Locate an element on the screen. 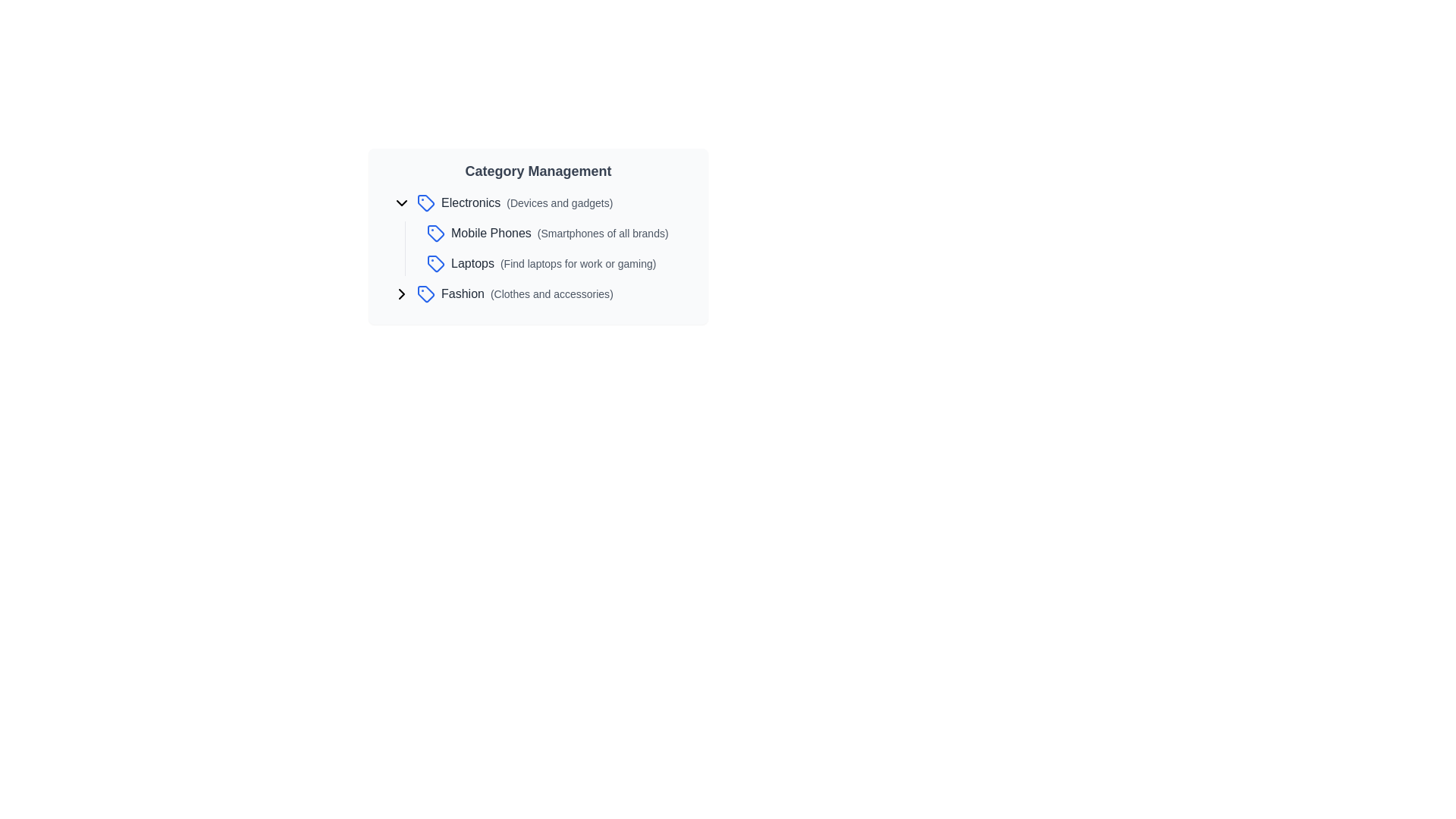 The height and width of the screenshot is (819, 1456). the 'Laptops' text link within the 'Category Management' navigation component is located at coordinates (553, 262).